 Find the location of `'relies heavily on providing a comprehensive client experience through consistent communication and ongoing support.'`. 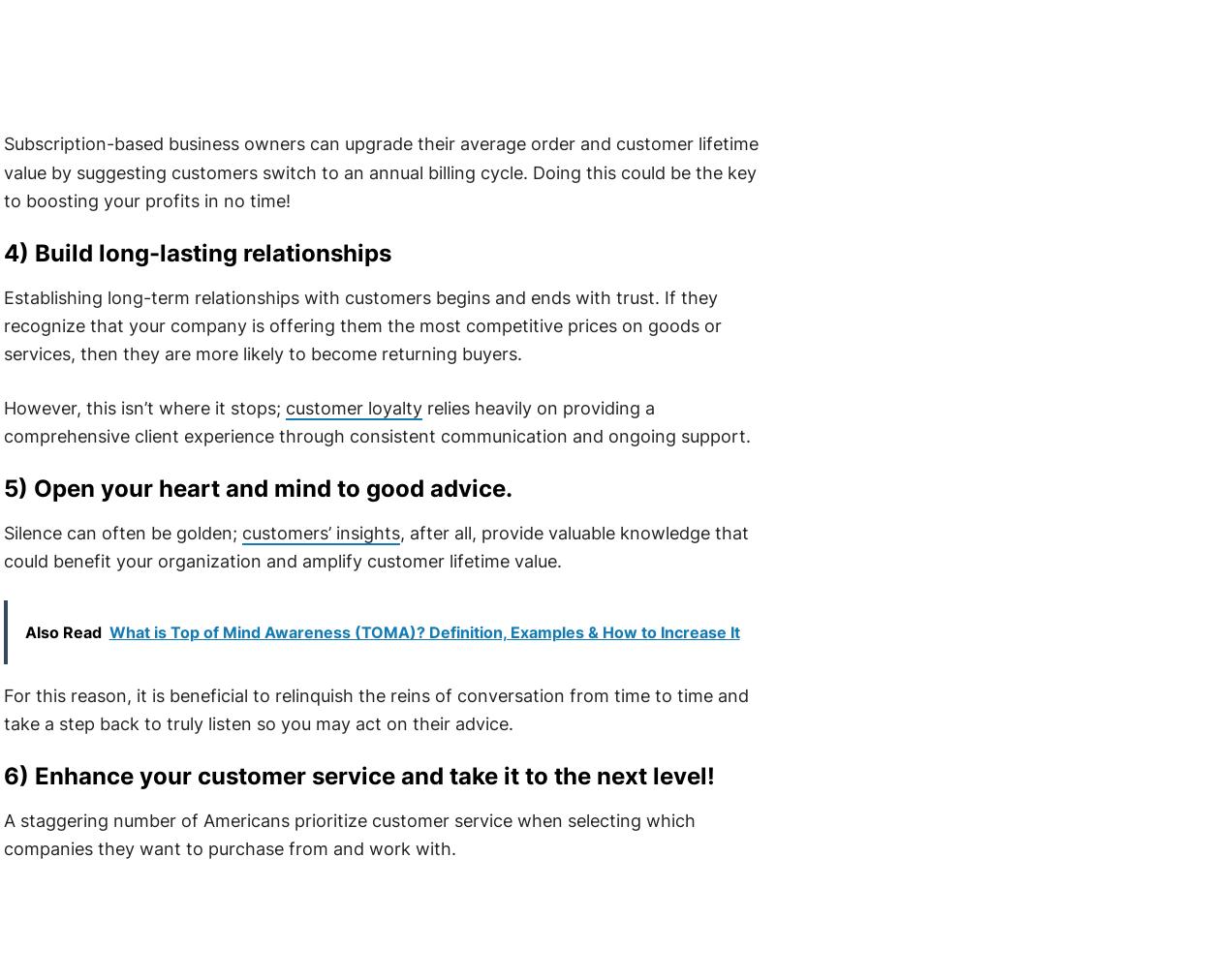

'relies heavily on providing a comprehensive client experience through consistent communication and ongoing support.' is located at coordinates (376, 420).